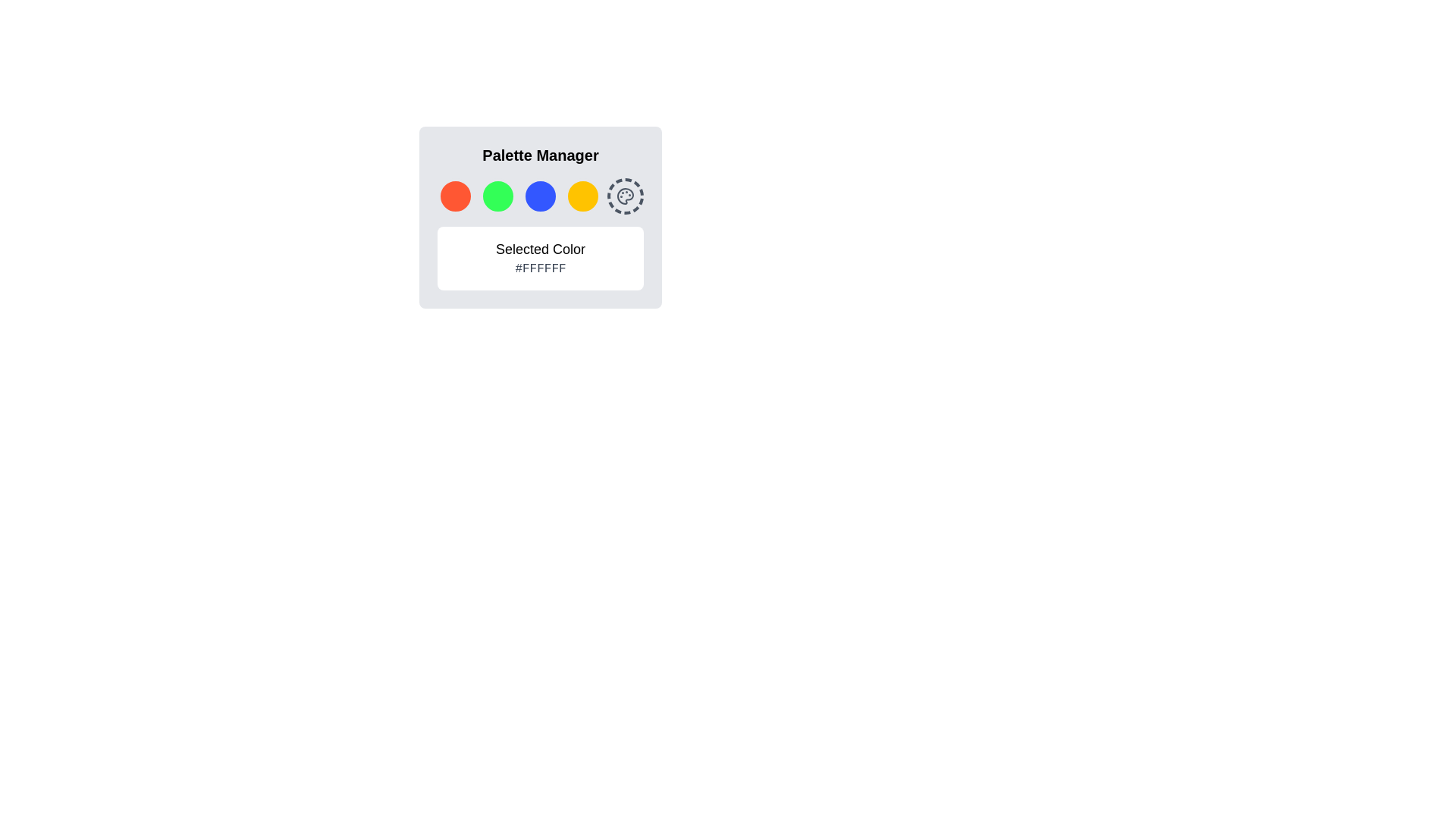  I want to click on the center of the palette icon component within the SVG element, which is located in the top-right section of the interface and is part of the color selection tool, so click(626, 195).